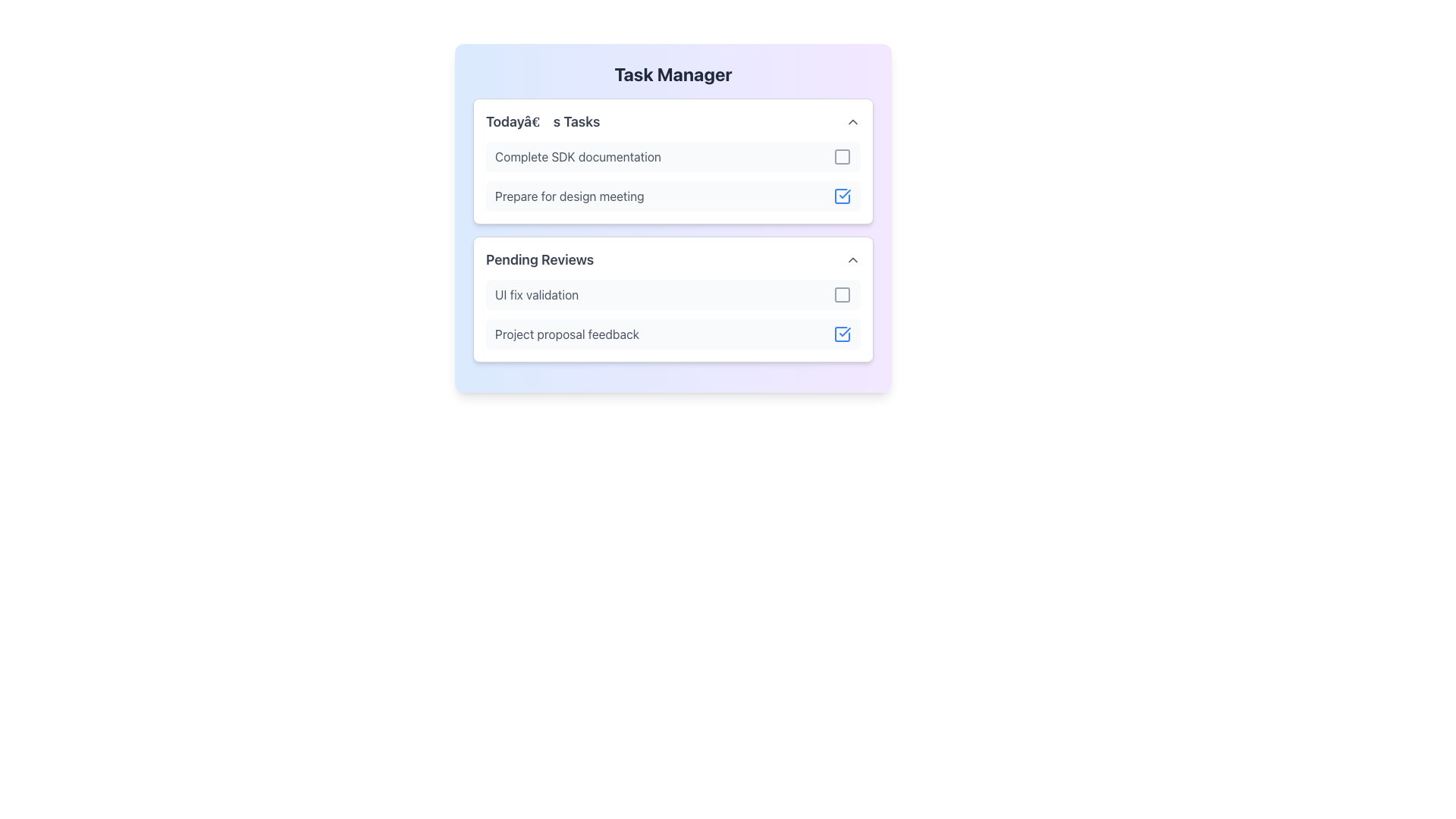 This screenshot has height=819, width=1456. What do you see at coordinates (577, 157) in the screenshot?
I see `the text label that serves as the title of the first task in the 'Today’s Tasks' section, located at the top and aligned with a checkbox on the right` at bounding box center [577, 157].